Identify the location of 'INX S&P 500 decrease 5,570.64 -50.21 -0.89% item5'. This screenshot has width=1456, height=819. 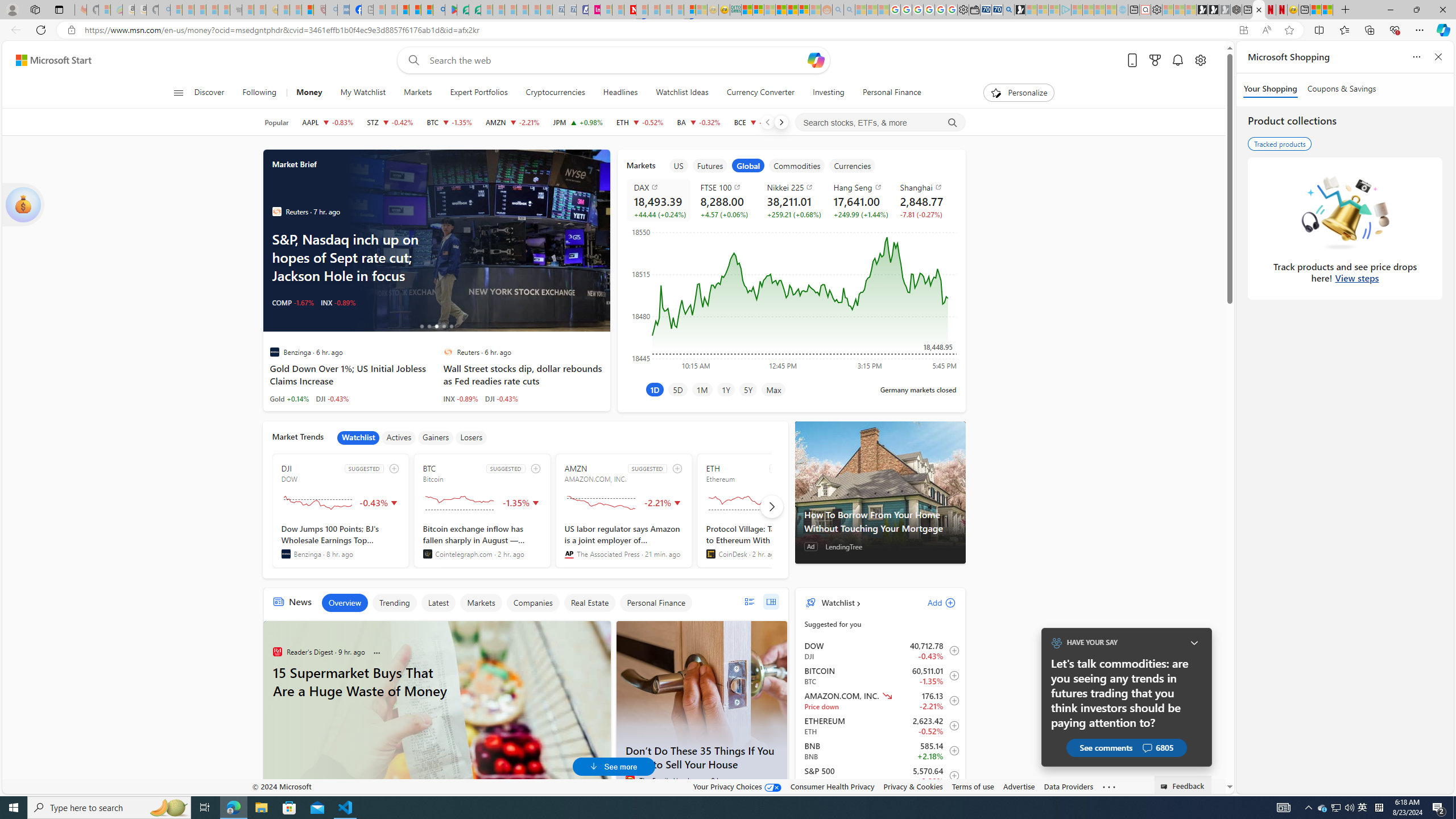
(880, 775).